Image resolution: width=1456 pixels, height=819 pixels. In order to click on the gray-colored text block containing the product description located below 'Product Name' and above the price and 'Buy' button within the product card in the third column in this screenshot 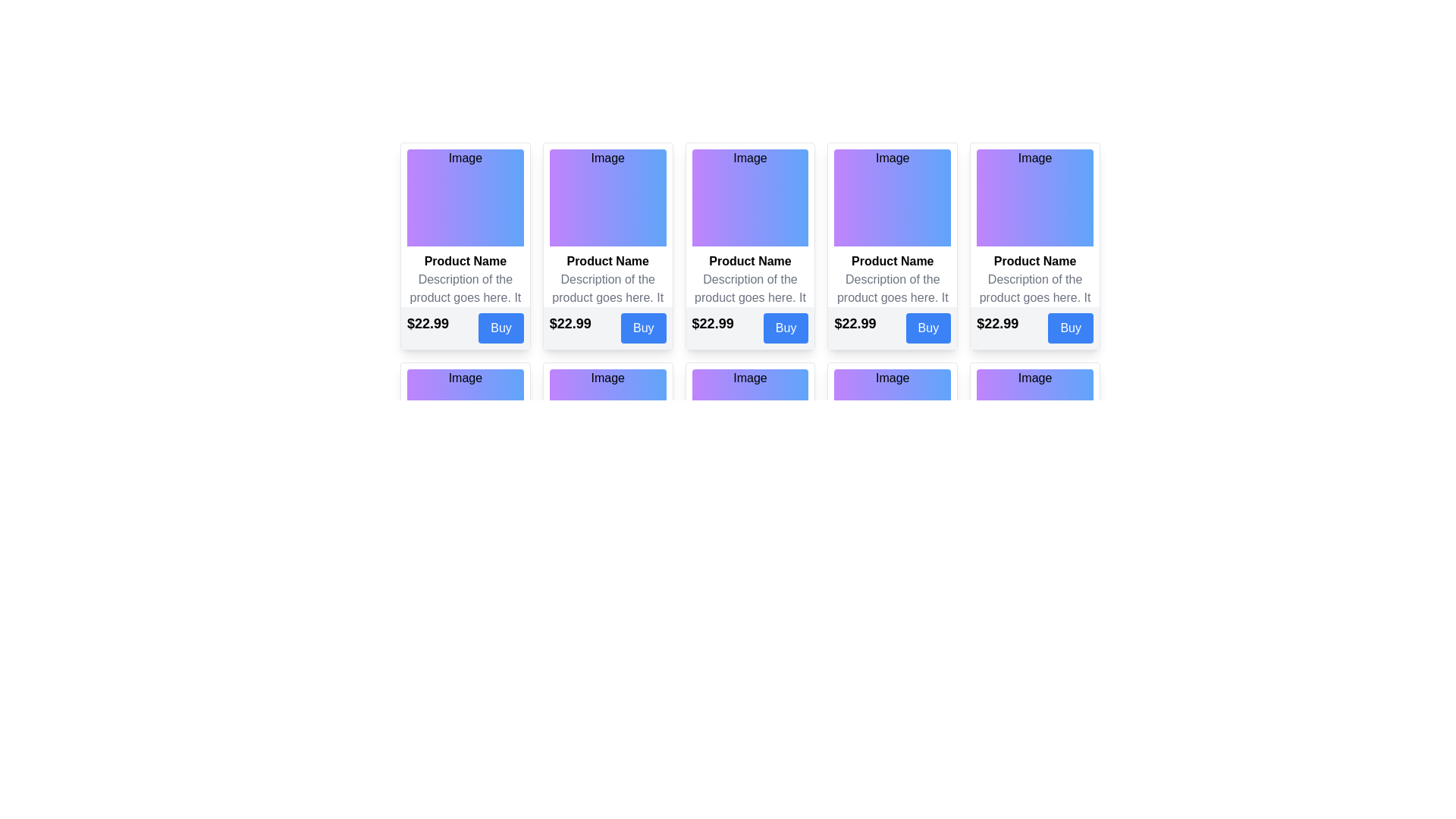, I will do `click(750, 307)`.